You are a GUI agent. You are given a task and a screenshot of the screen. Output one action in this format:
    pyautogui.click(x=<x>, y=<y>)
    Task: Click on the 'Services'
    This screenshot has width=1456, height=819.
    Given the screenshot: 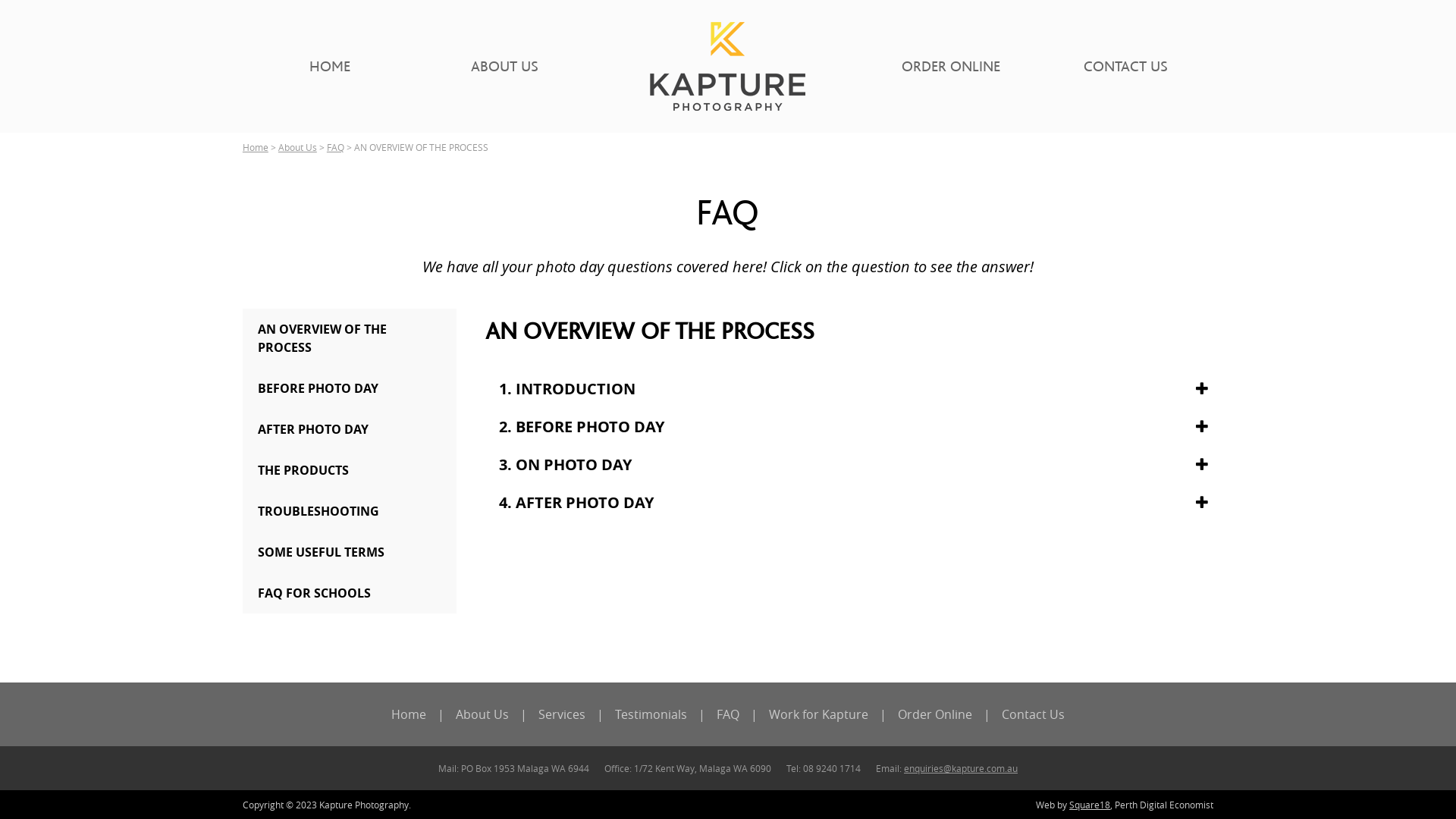 What is the action you would take?
    pyautogui.click(x=560, y=714)
    